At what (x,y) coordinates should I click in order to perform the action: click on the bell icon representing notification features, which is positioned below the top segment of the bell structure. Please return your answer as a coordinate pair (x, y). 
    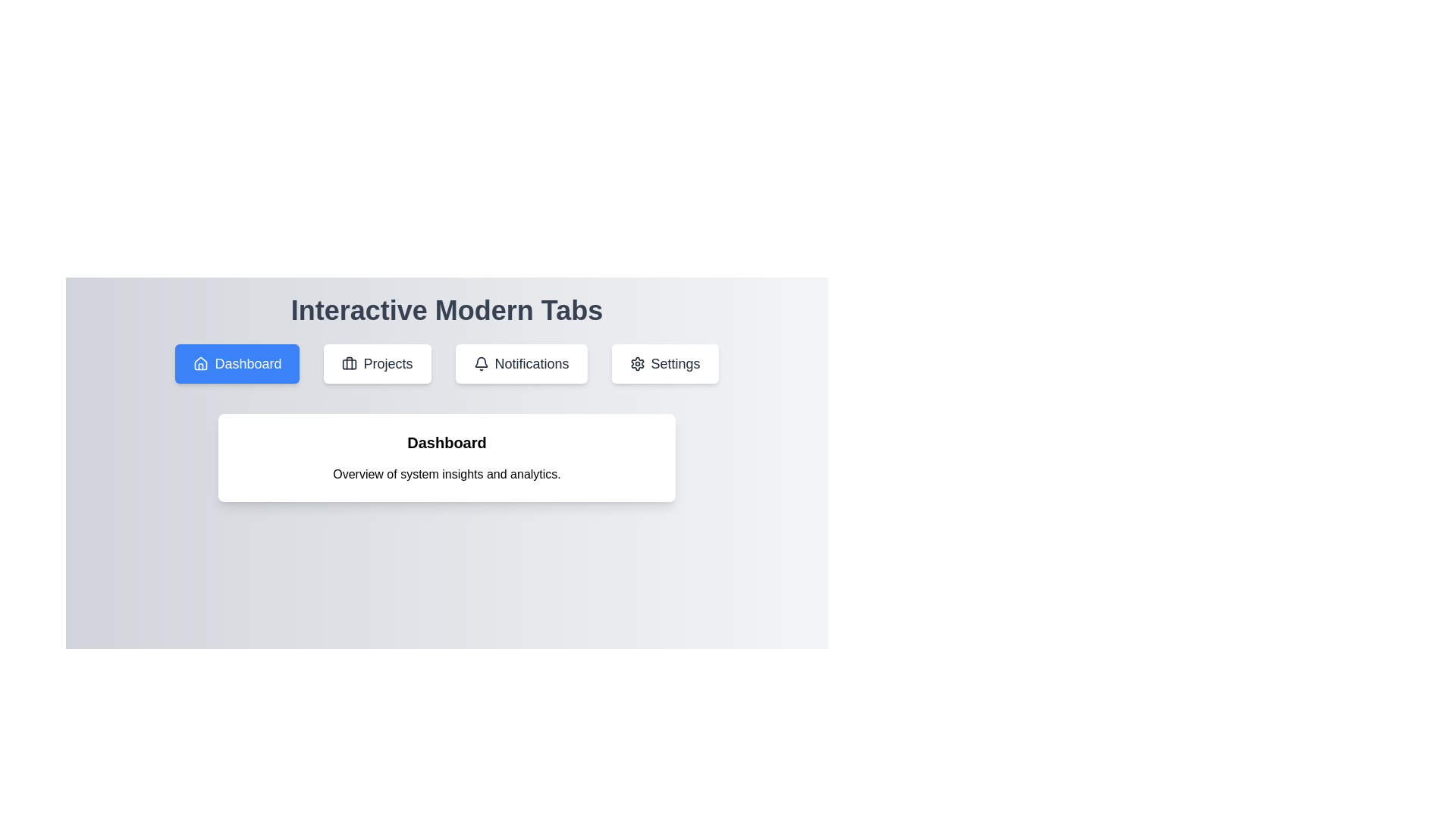
    Looking at the image, I should click on (480, 362).